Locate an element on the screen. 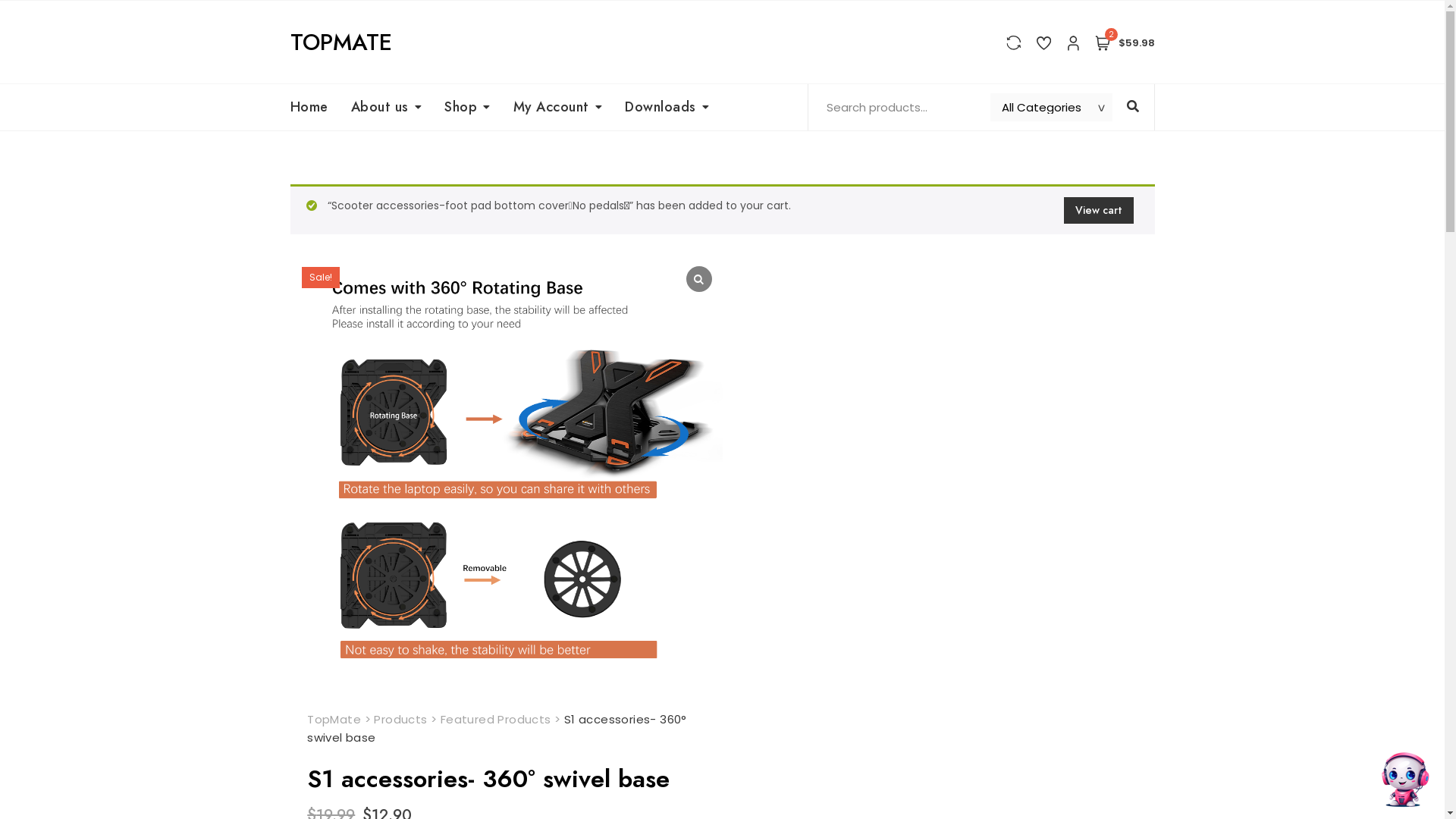 The image size is (1456, 819). 'About us' is located at coordinates (386, 106).